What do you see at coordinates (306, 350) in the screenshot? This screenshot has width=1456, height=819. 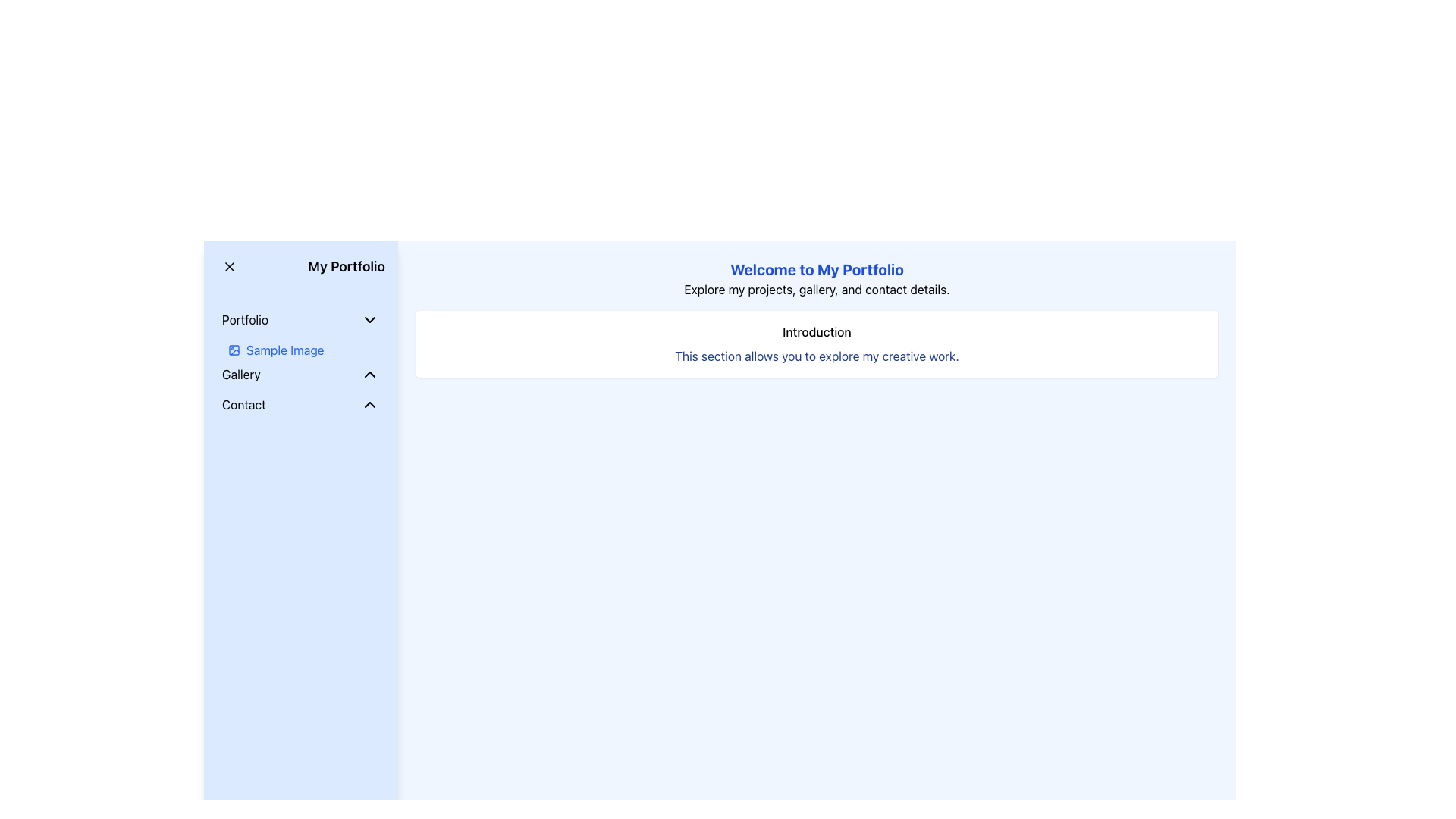 I see `the first navigation link with an icon located in the sidebar panel under the 'Portfolio' dropdown` at bounding box center [306, 350].